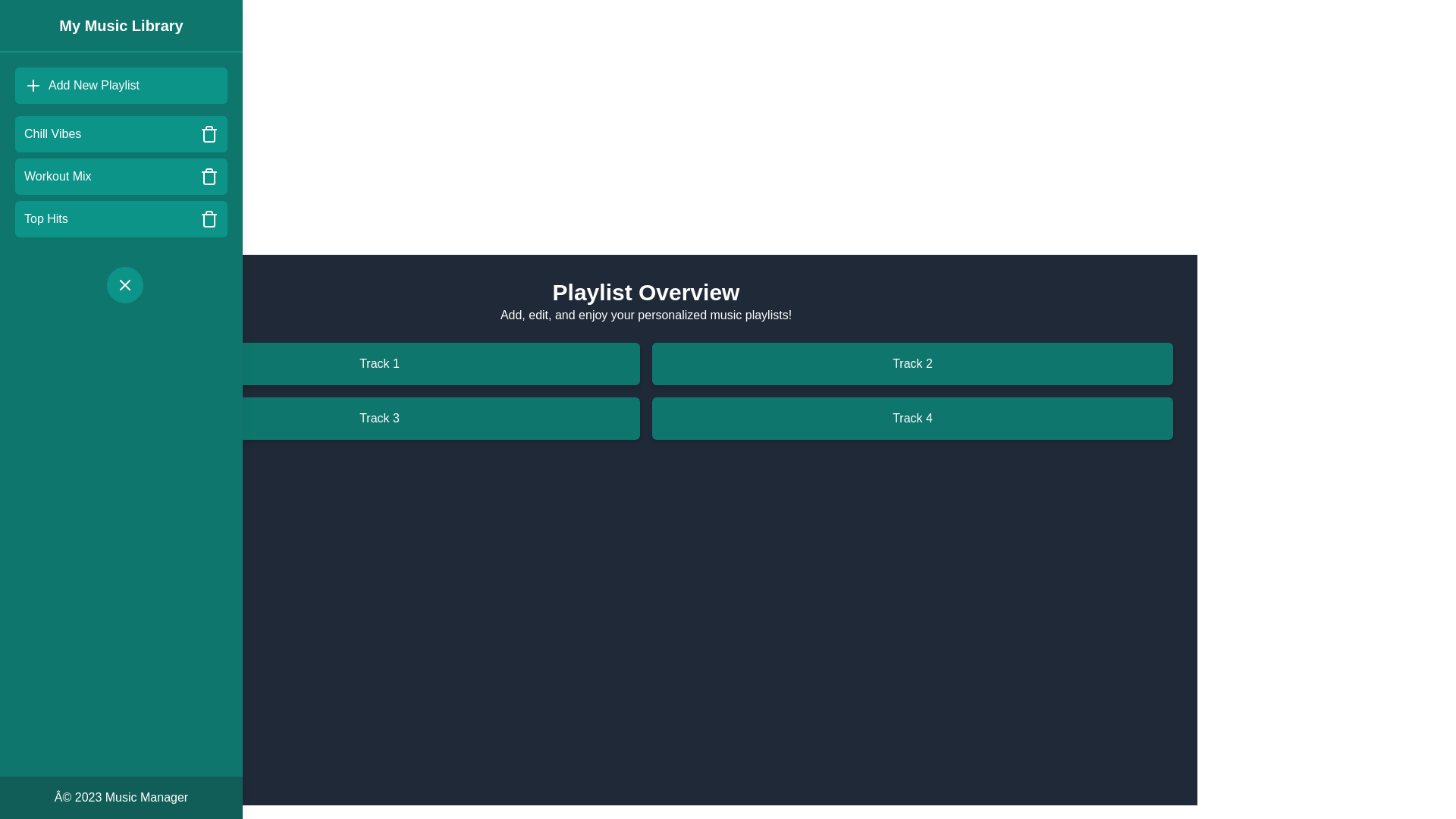  What do you see at coordinates (208, 177) in the screenshot?
I see `the trash can icon within the delete button located in the vertical menu next to the 'Workout Mix' label to initiate the delete action` at bounding box center [208, 177].